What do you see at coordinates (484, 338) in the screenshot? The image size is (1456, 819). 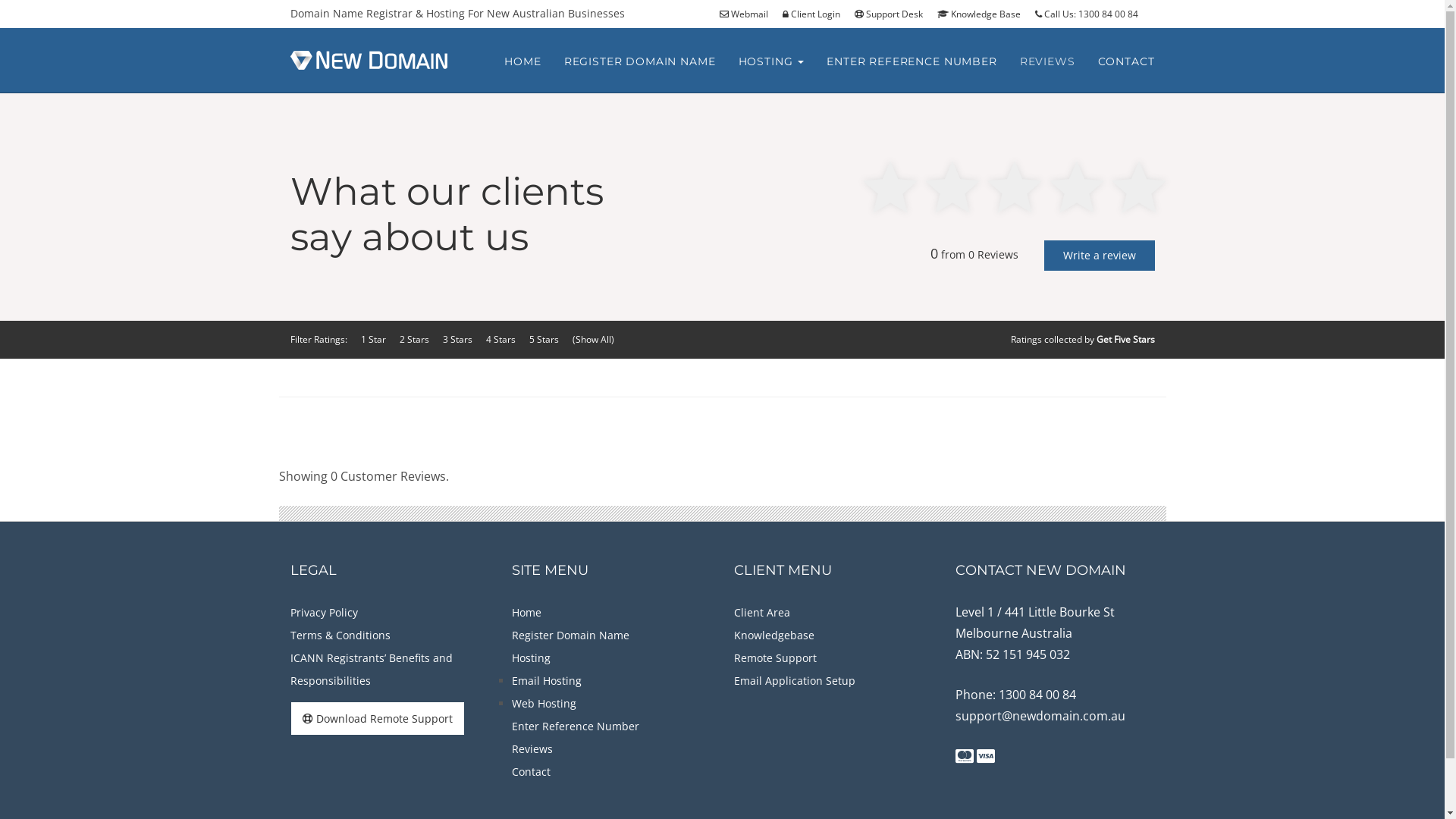 I see `'4 Stars'` at bounding box center [484, 338].